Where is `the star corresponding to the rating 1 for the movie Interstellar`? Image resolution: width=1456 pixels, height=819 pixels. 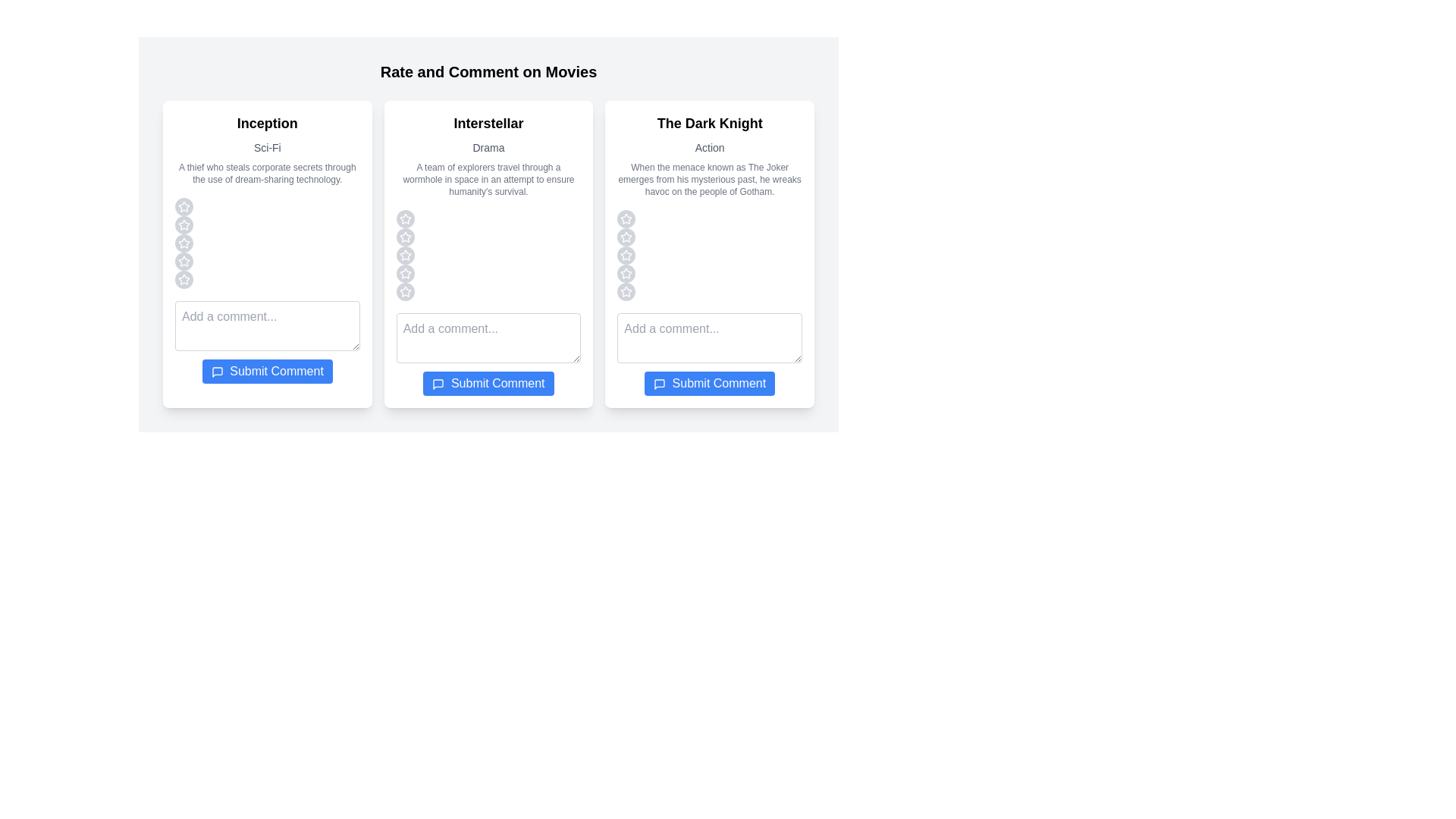 the star corresponding to the rating 1 for the movie Interstellar is located at coordinates (404, 219).